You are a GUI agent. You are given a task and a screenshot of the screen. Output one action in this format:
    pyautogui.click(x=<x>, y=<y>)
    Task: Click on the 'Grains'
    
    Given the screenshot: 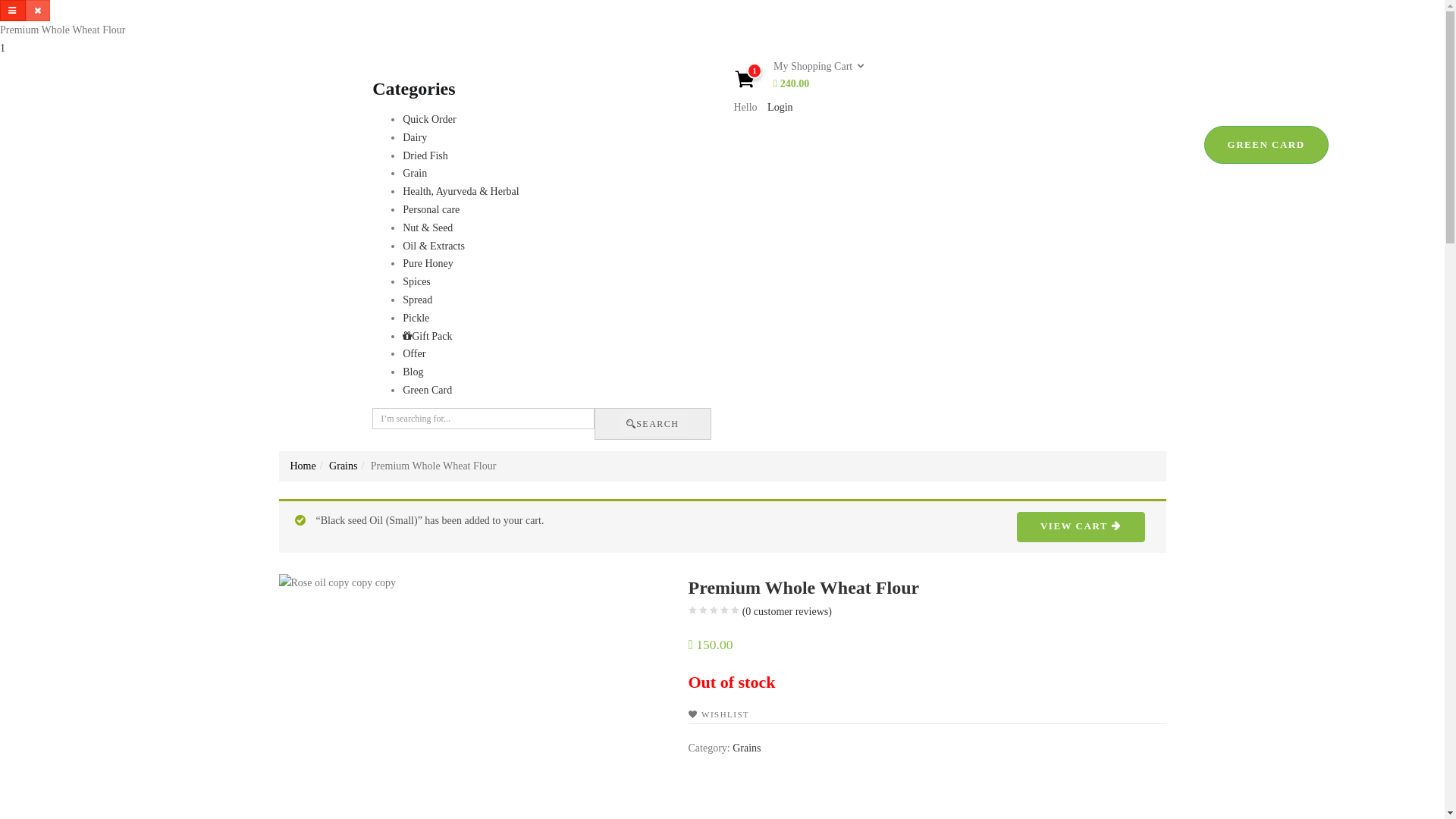 What is the action you would take?
    pyautogui.click(x=342, y=465)
    